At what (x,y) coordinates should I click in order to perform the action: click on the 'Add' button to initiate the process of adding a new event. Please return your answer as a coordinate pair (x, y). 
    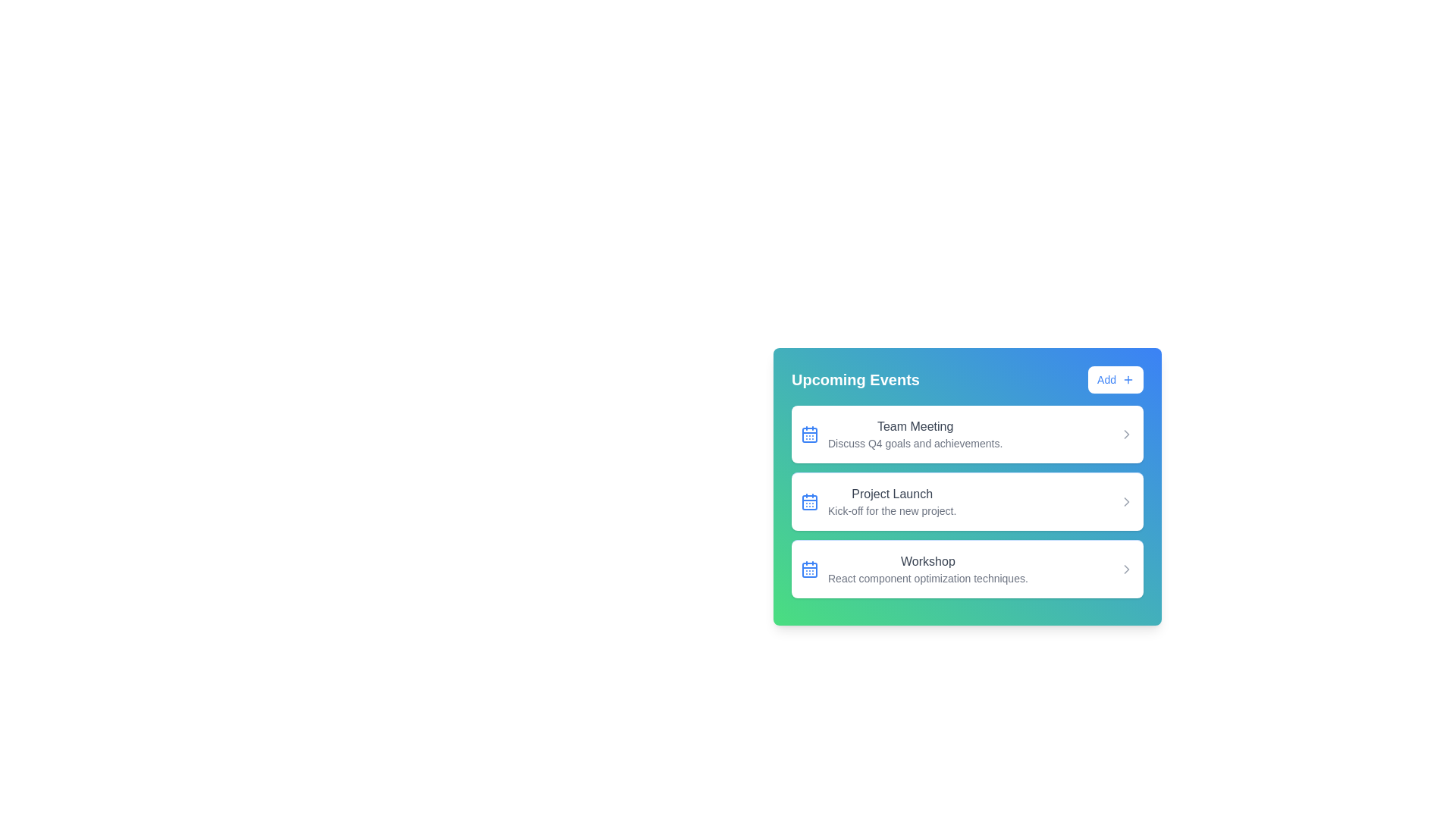
    Looking at the image, I should click on (1116, 379).